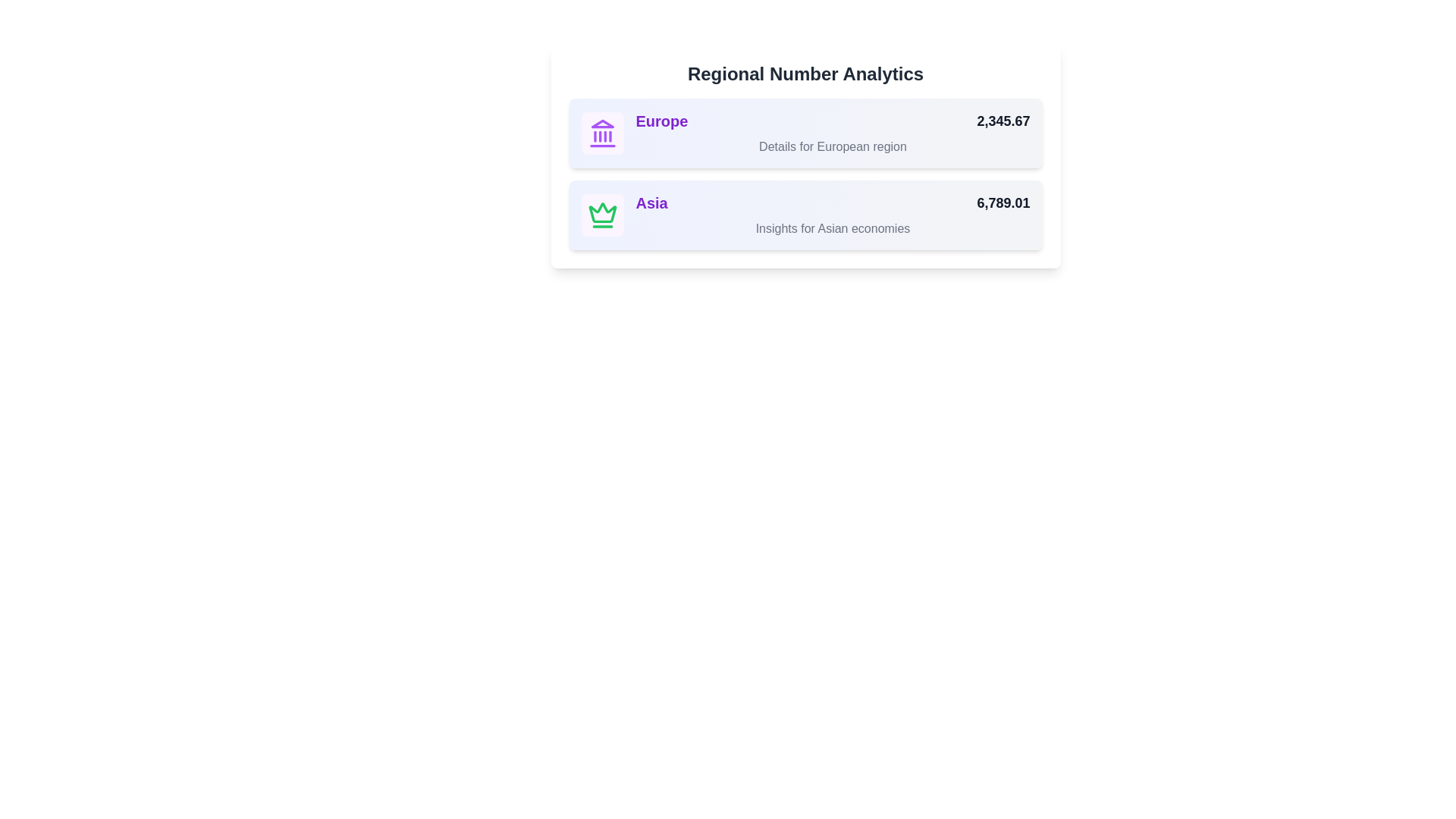 This screenshot has height=819, width=1456. I want to click on the appearance of the crown-shaped graphic icon, which is vibrant green and located next to the 'Asia' title in the section labeled 'Insights for Asian economies', so click(601, 215).